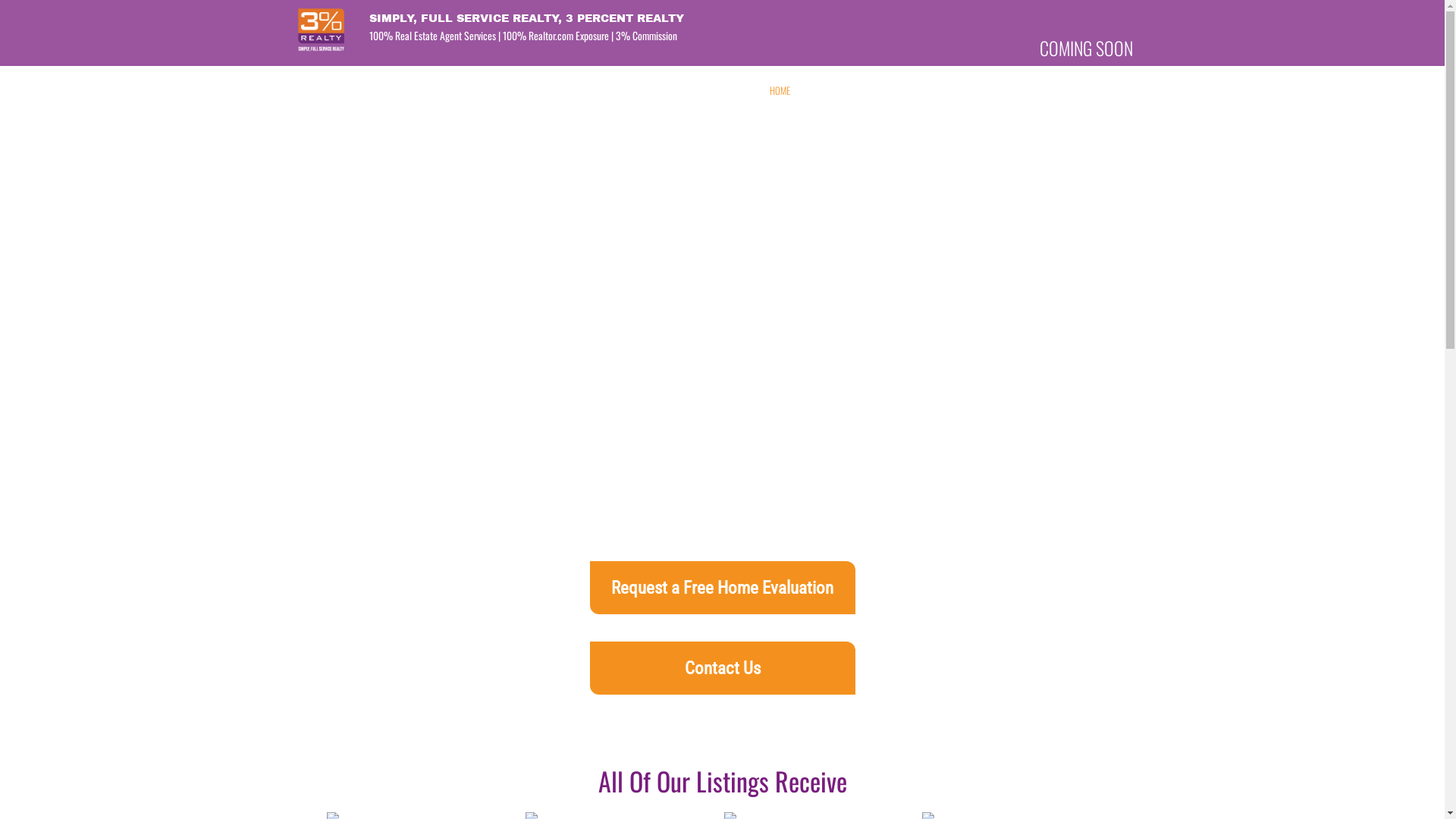  What do you see at coordinates (799, 90) in the screenshot?
I see `'ABOUT US'` at bounding box center [799, 90].